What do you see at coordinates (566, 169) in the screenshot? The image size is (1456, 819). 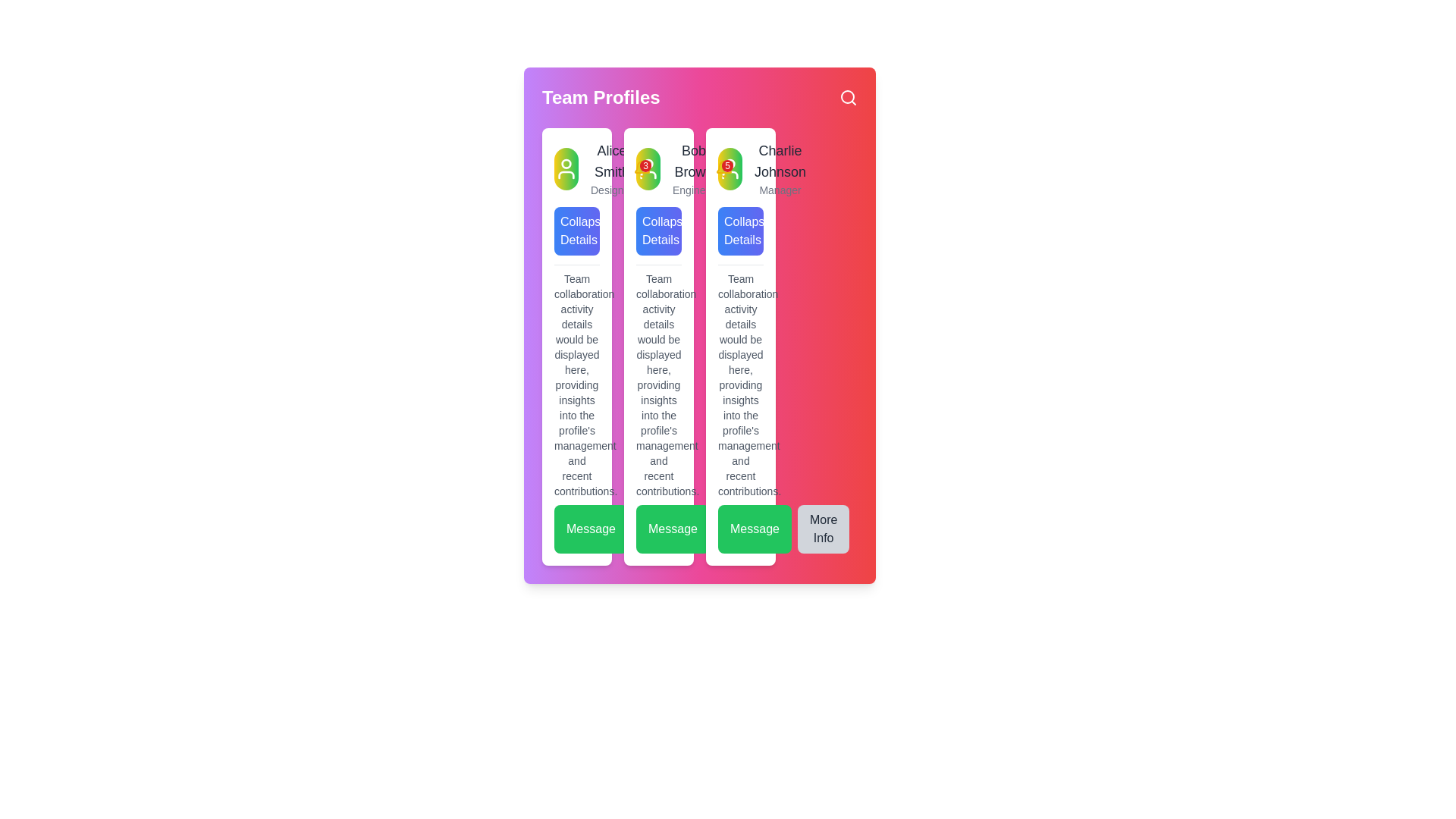 I see `the user profile icon located in the circular section of the first profile card titled 'Alice Smith - Designer'` at bounding box center [566, 169].